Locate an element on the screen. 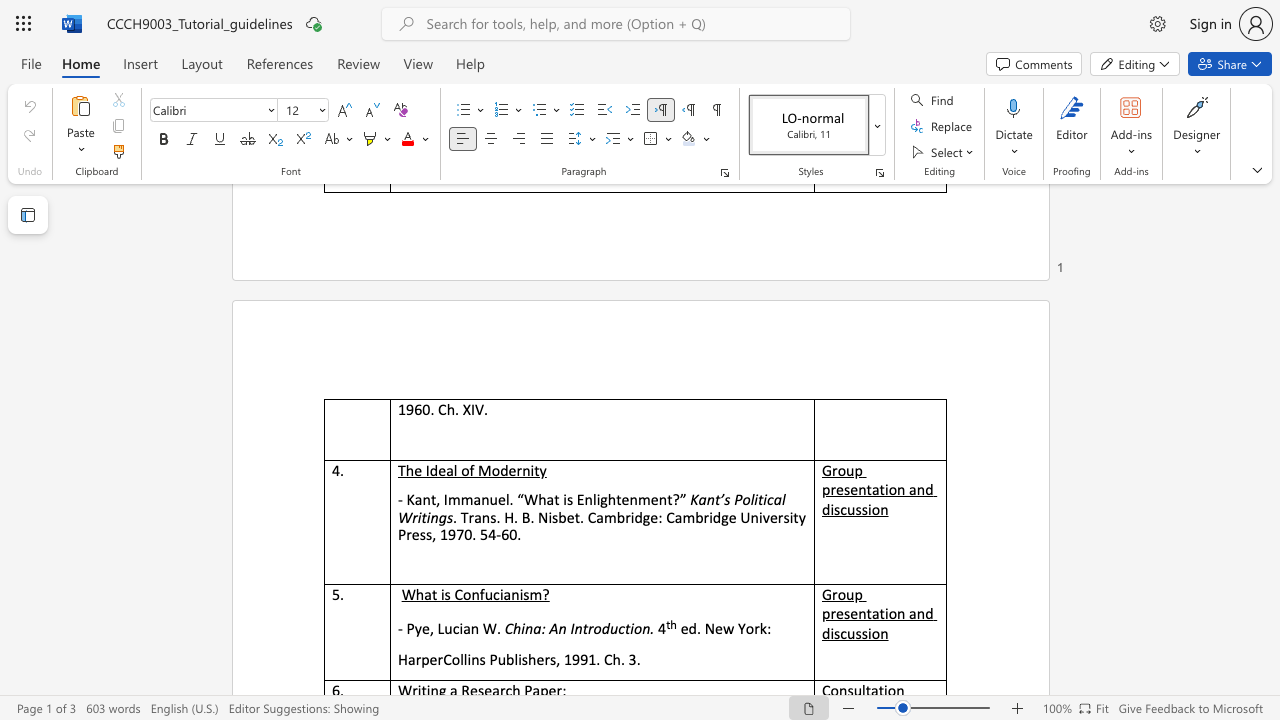 The image size is (1280, 720). the subset text "p presentation and dis" within the text "Group presentation and discussion" is located at coordinates (854, 593).